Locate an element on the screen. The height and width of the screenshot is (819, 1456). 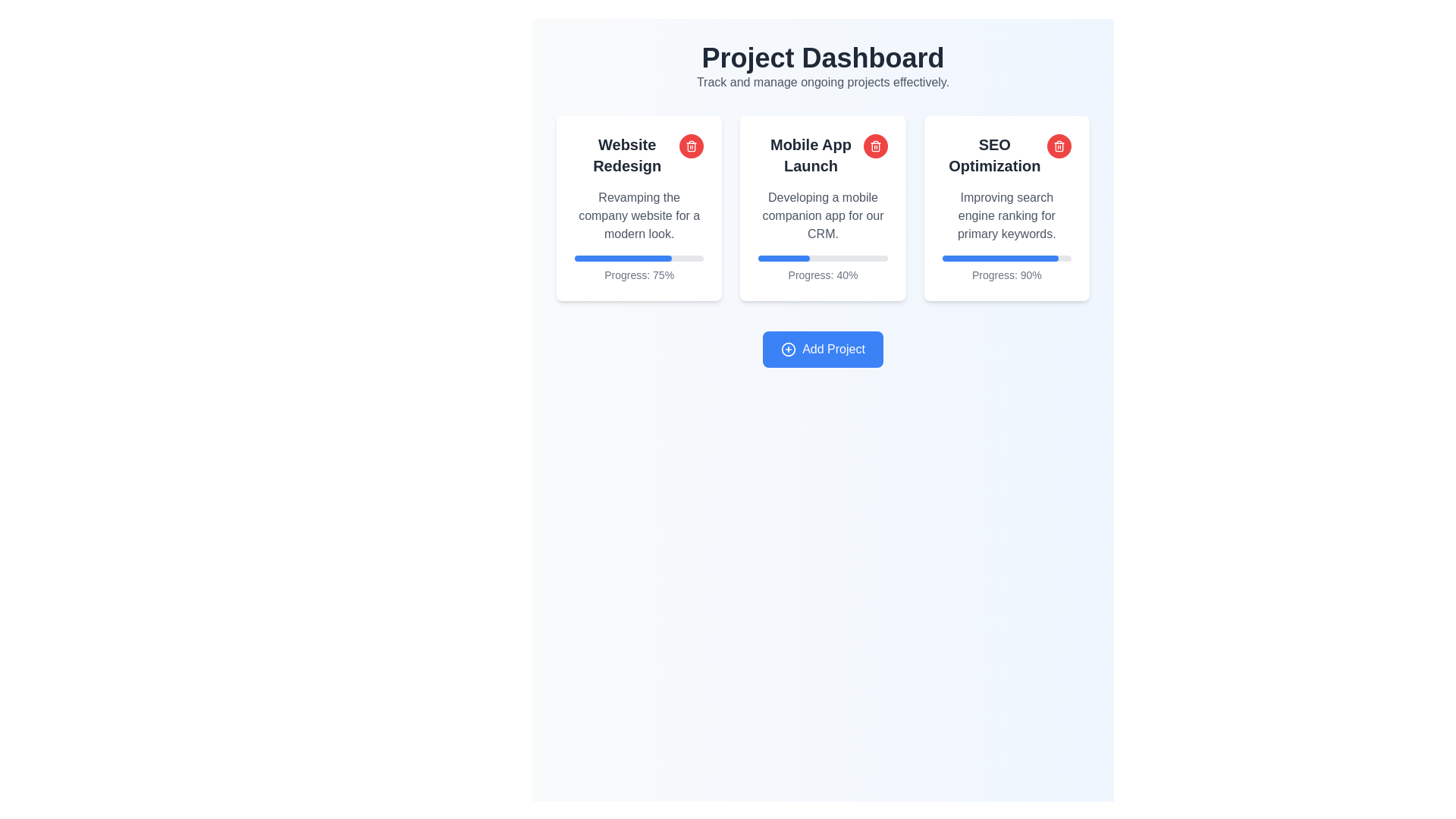
the static text that provides context for the 'Project Dashboard' section, located beneath the header text is located at coordinates (822, 82).